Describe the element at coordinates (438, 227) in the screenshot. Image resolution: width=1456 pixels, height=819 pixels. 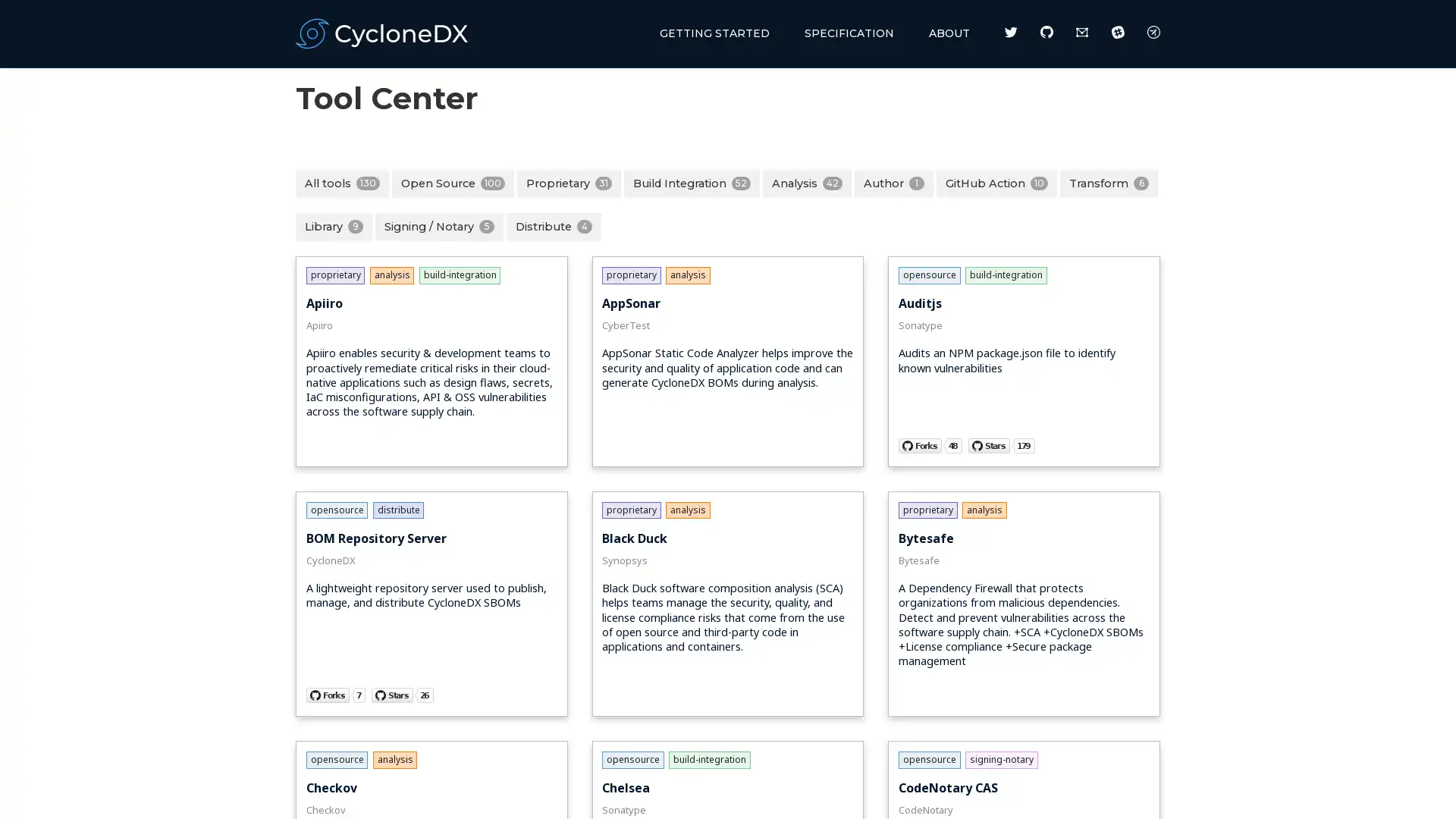
I see `Signing / Notary 5` at that location.